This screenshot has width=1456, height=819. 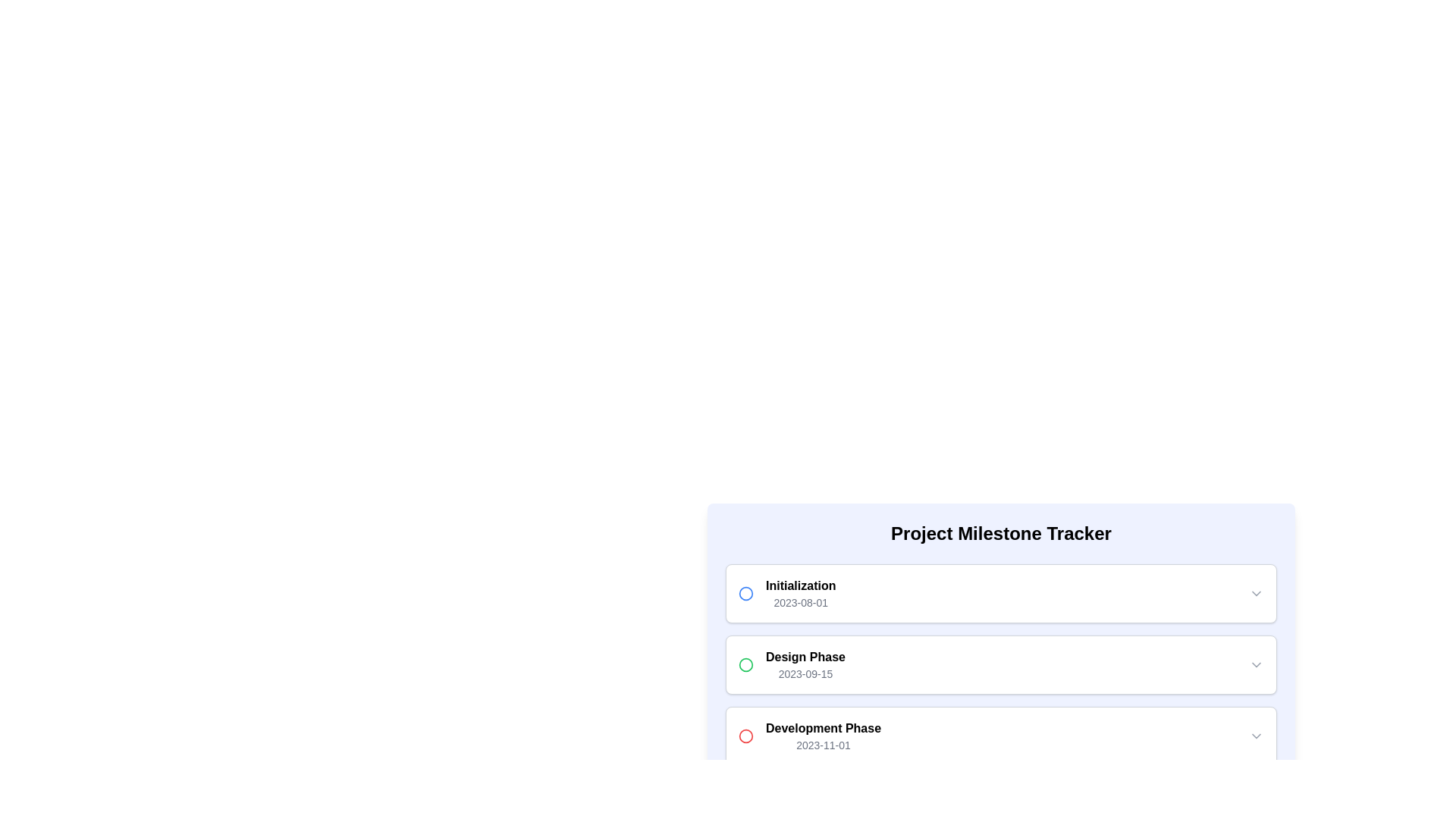 What do you see at coordinates (805, 657) in the screenshot?
I see `the content of the text label that contains the bold text 'Design Phase', located in the second block of the project milestone tracker, positioned between 'Initialization' and 'Development Phase'` at bounding box center [805, 657].